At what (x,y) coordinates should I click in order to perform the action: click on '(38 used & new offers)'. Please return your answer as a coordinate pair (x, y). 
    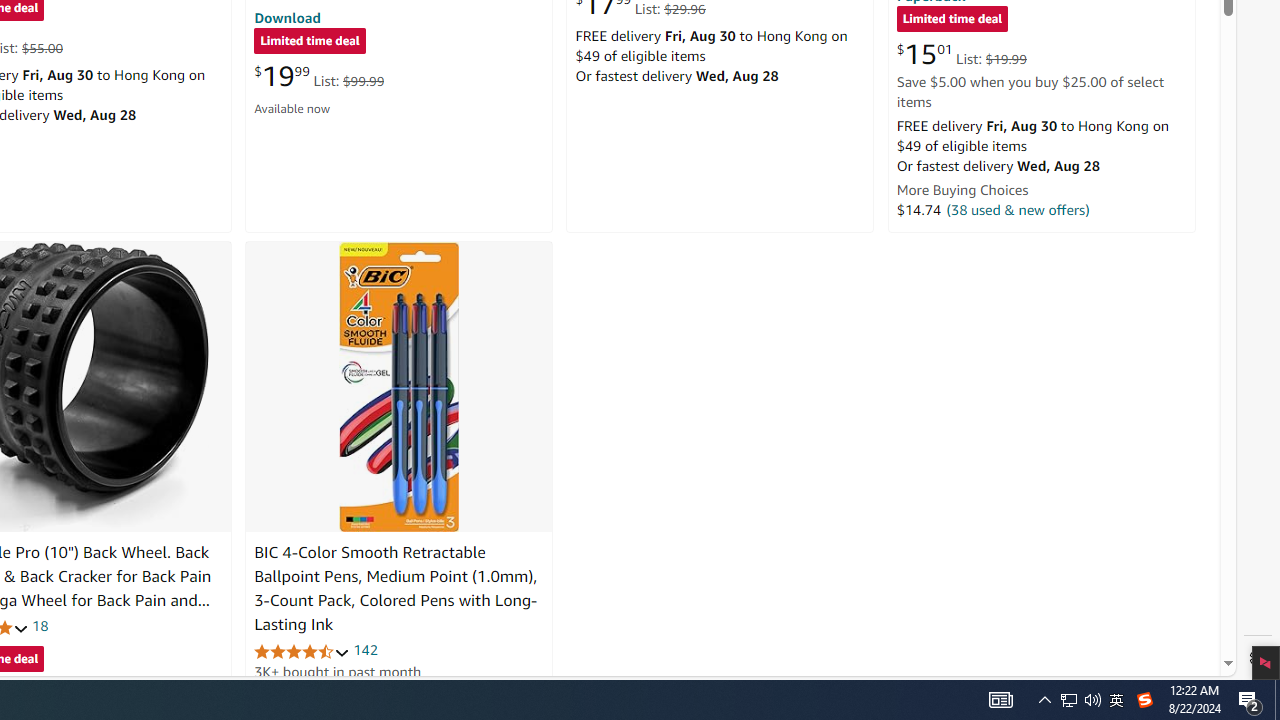
    Looking at the image, I should click on (1018, 209).